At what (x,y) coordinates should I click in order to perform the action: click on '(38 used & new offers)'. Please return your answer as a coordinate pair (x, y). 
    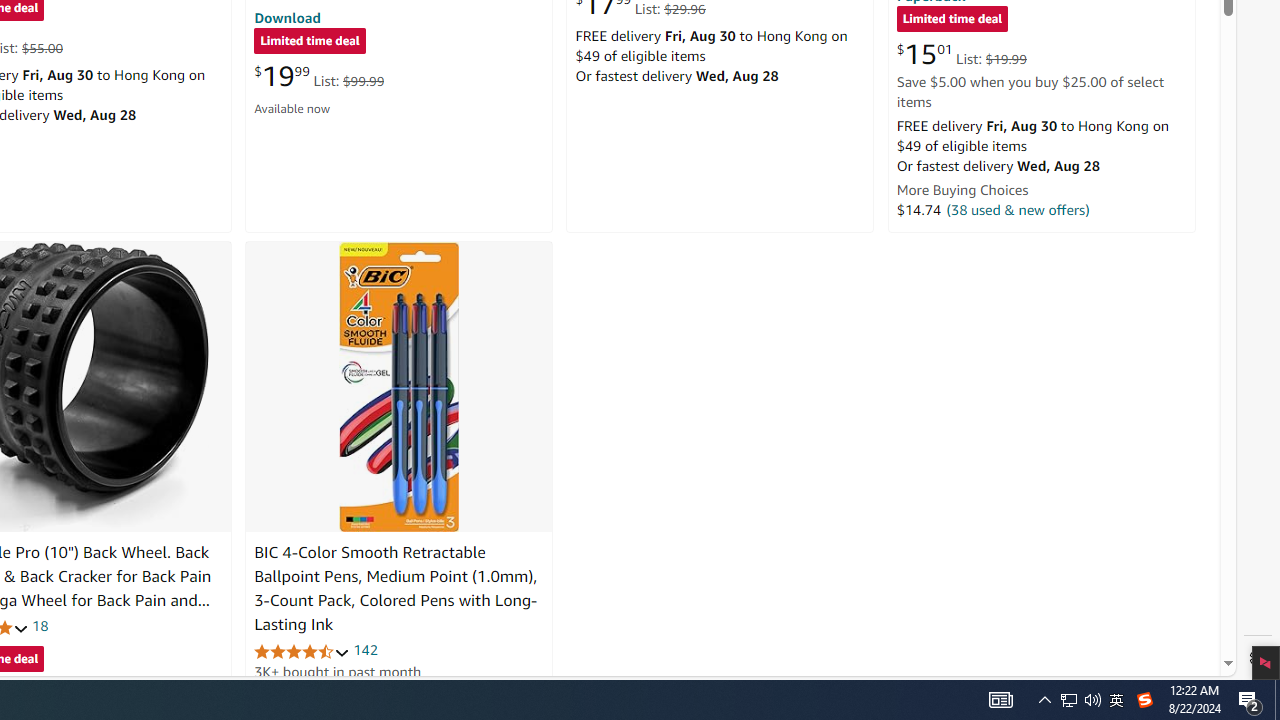
    Looking at the image, I should click on (1018, 209).